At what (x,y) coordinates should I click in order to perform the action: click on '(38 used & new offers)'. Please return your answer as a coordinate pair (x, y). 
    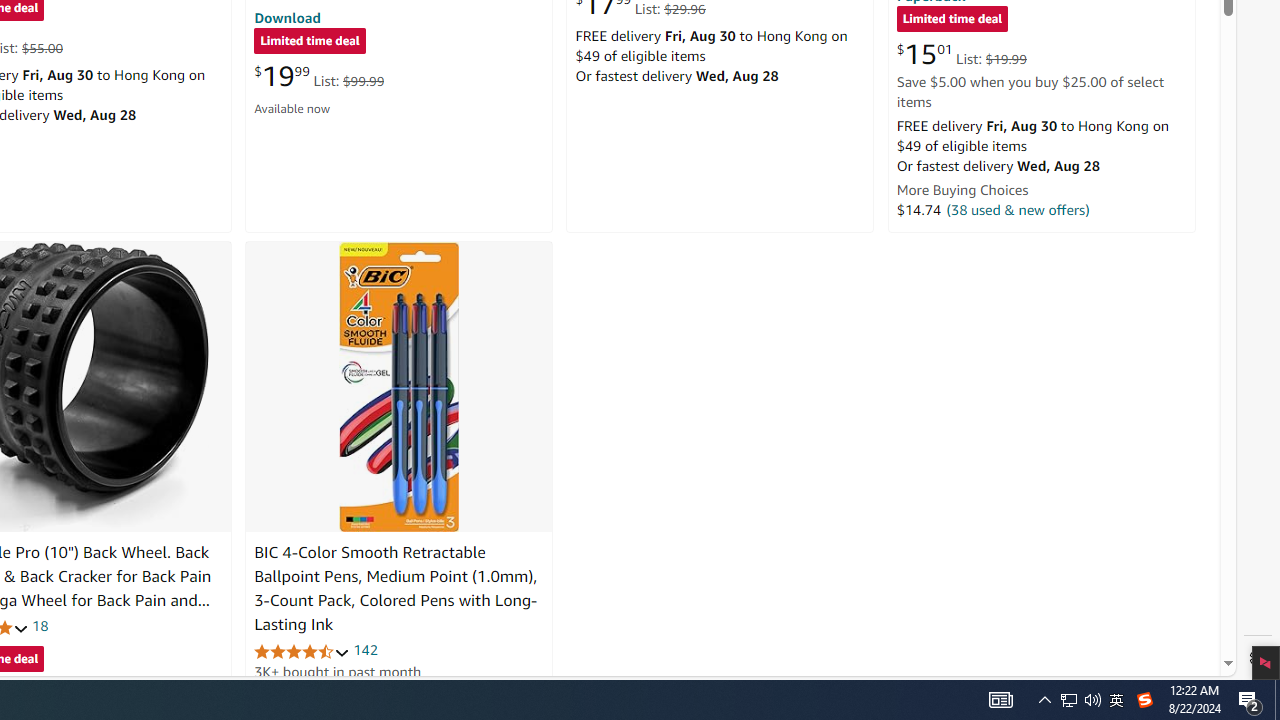
    Looking at the image, I should click on (1018, 209).